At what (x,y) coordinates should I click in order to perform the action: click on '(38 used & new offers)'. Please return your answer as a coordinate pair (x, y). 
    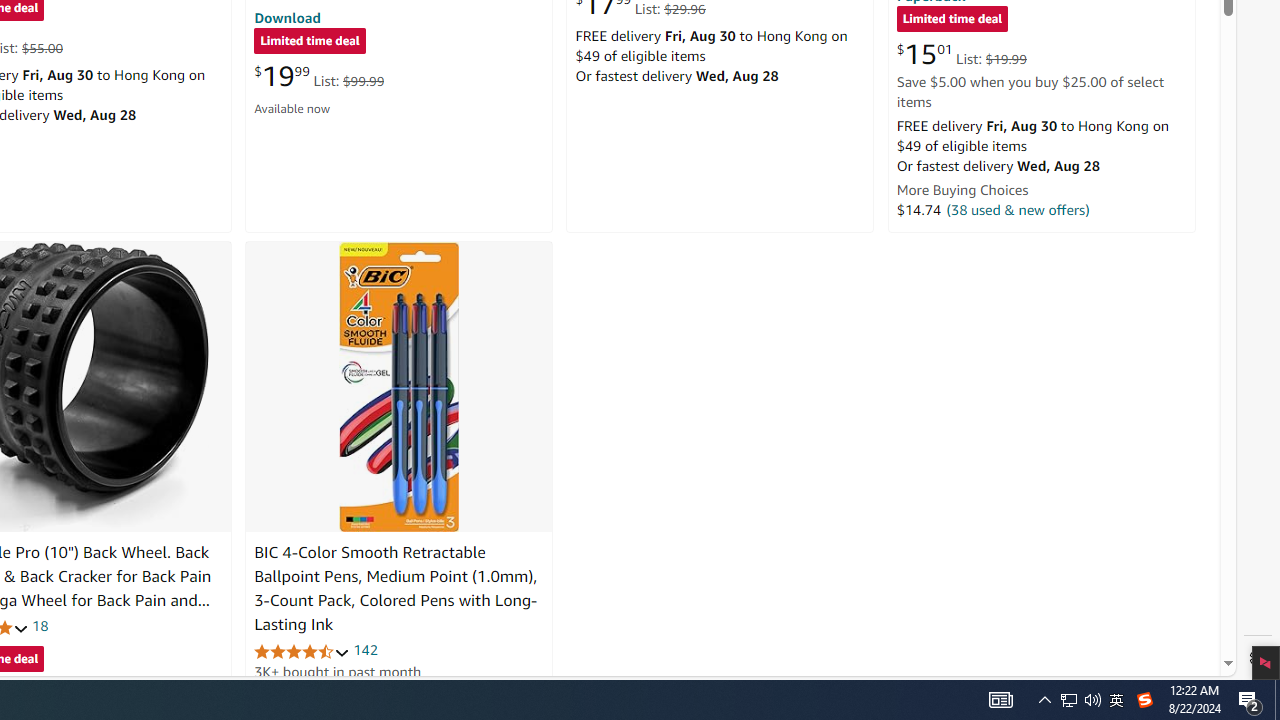
    Looking at the image, I should click on (1018, 209).